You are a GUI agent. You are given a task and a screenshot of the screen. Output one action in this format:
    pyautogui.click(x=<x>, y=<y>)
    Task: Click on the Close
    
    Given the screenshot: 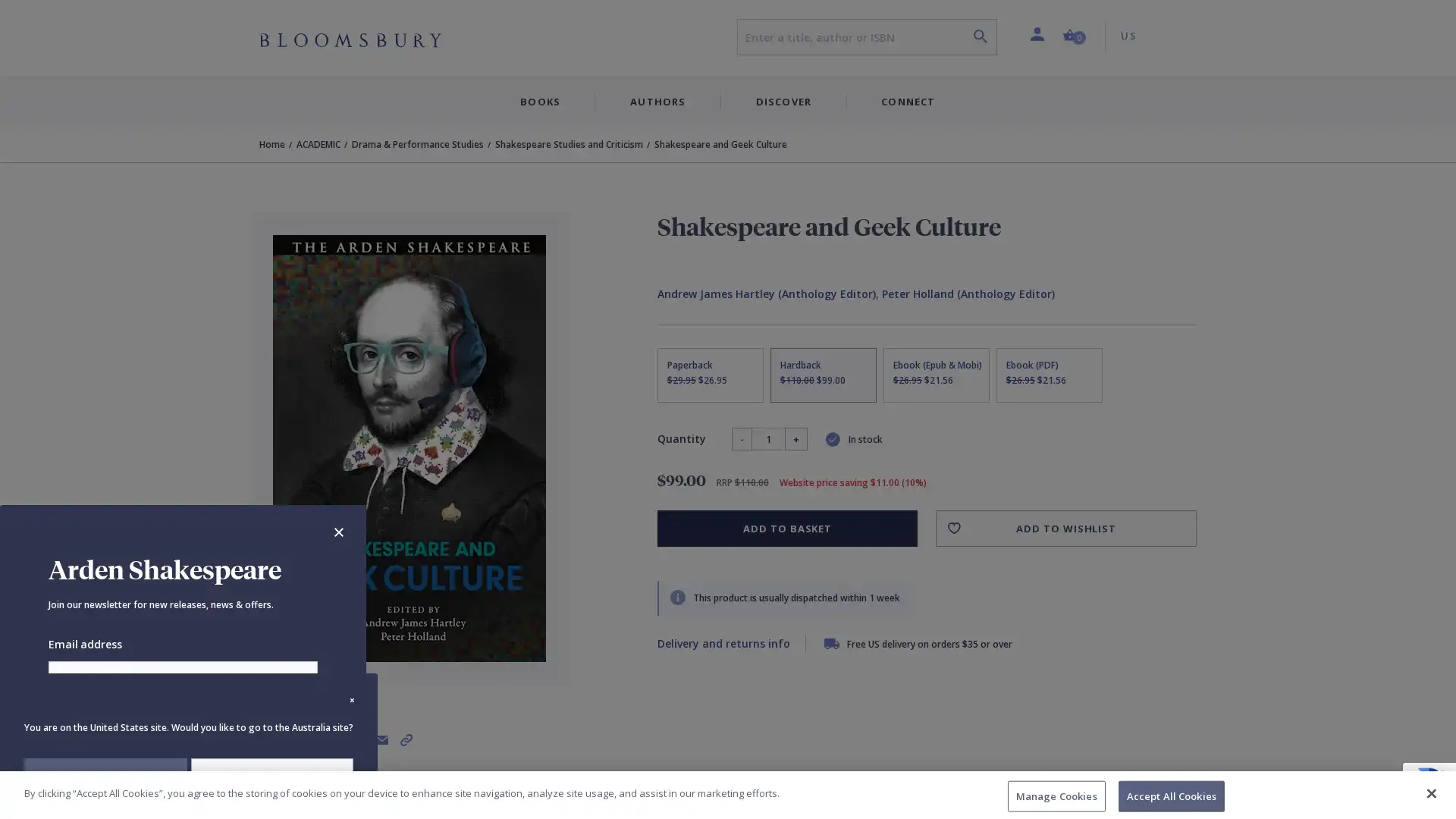 What is the action you would take?
    pyautogui.click(x=337, y=532)
    